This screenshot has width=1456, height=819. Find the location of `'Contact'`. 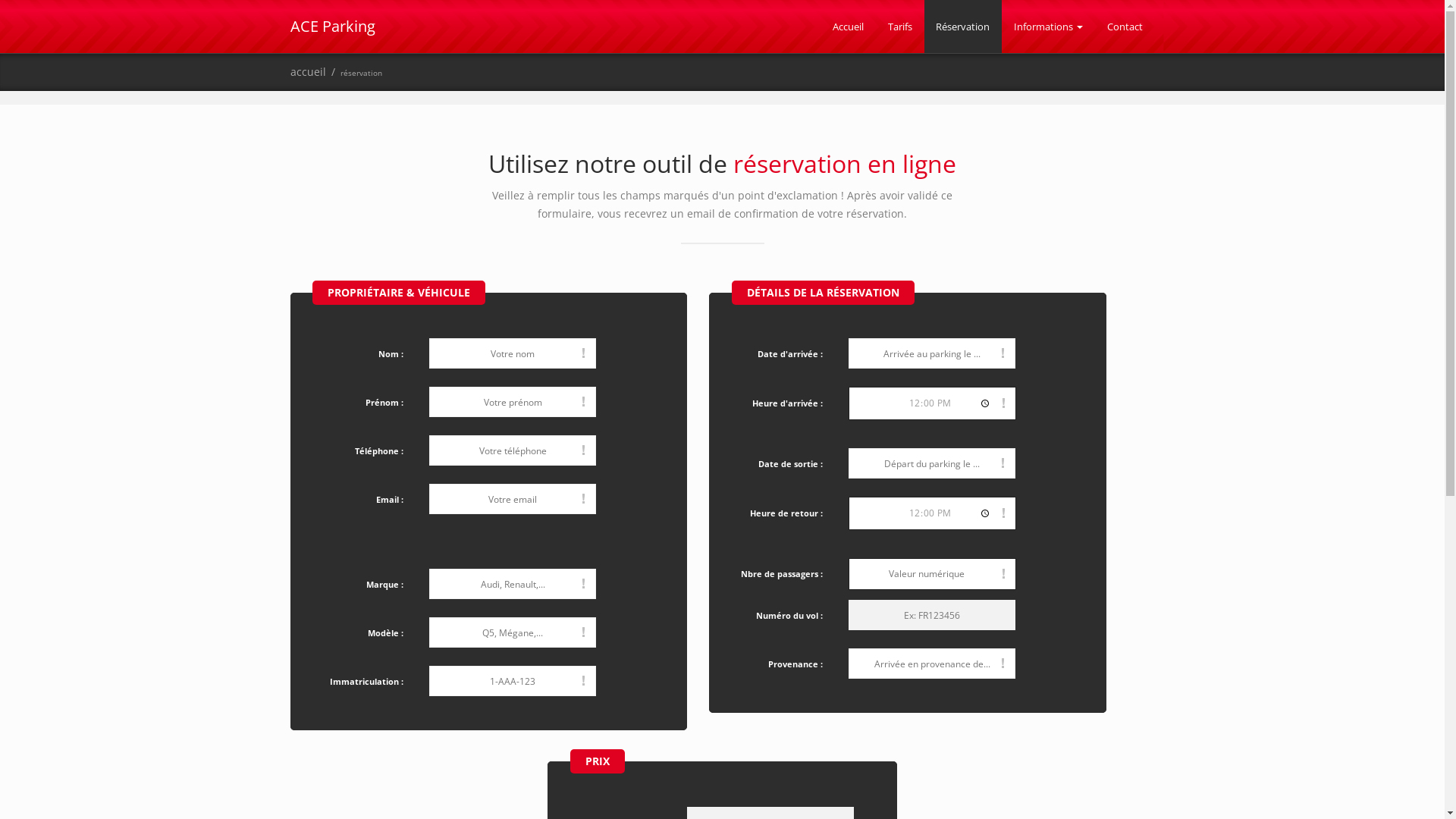

'Contact' is located at coordinates (1095, 26).